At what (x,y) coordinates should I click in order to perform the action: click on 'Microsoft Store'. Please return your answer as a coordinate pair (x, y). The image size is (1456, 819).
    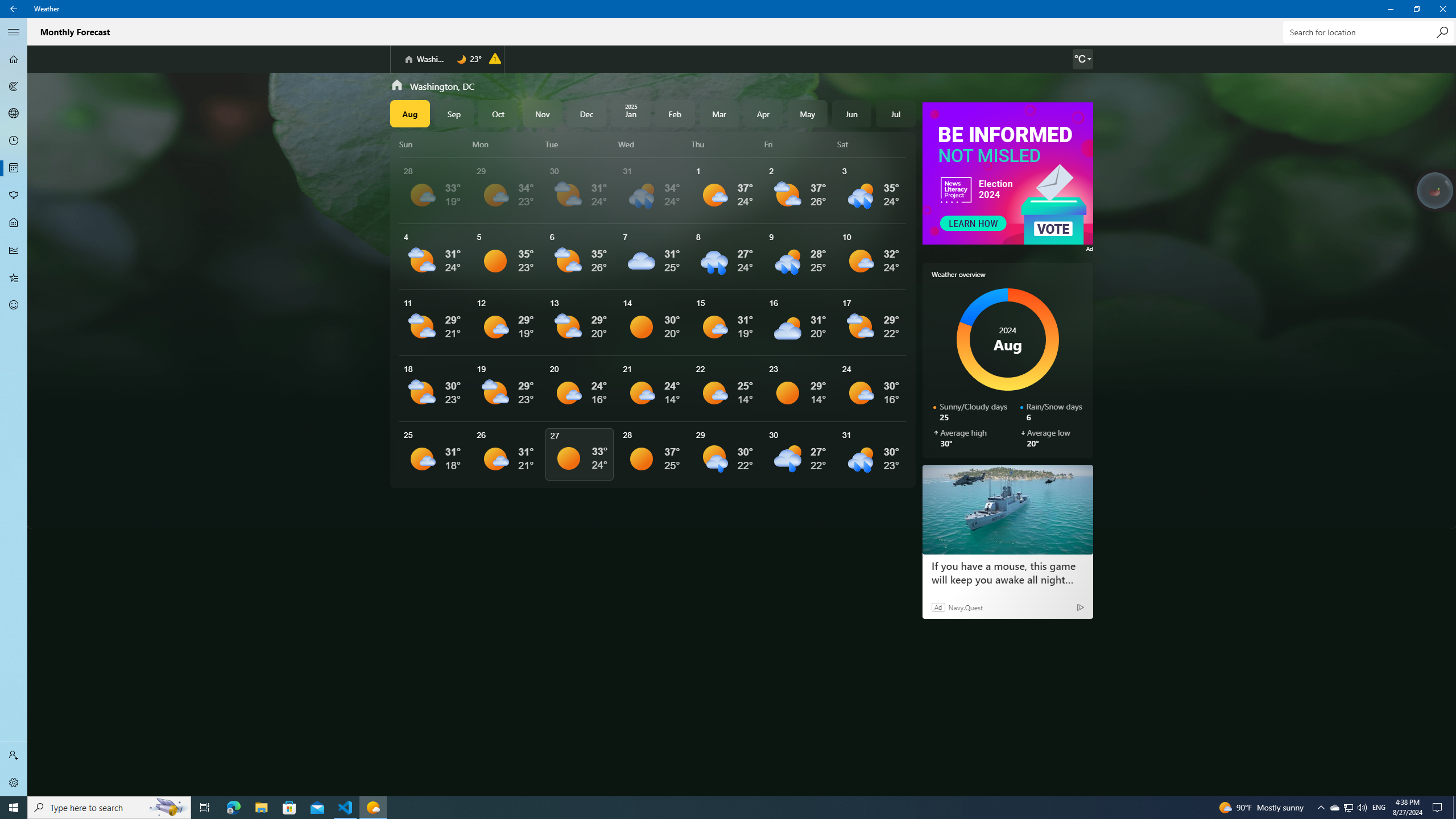
    Looking at the image, I should click on (289, 806).